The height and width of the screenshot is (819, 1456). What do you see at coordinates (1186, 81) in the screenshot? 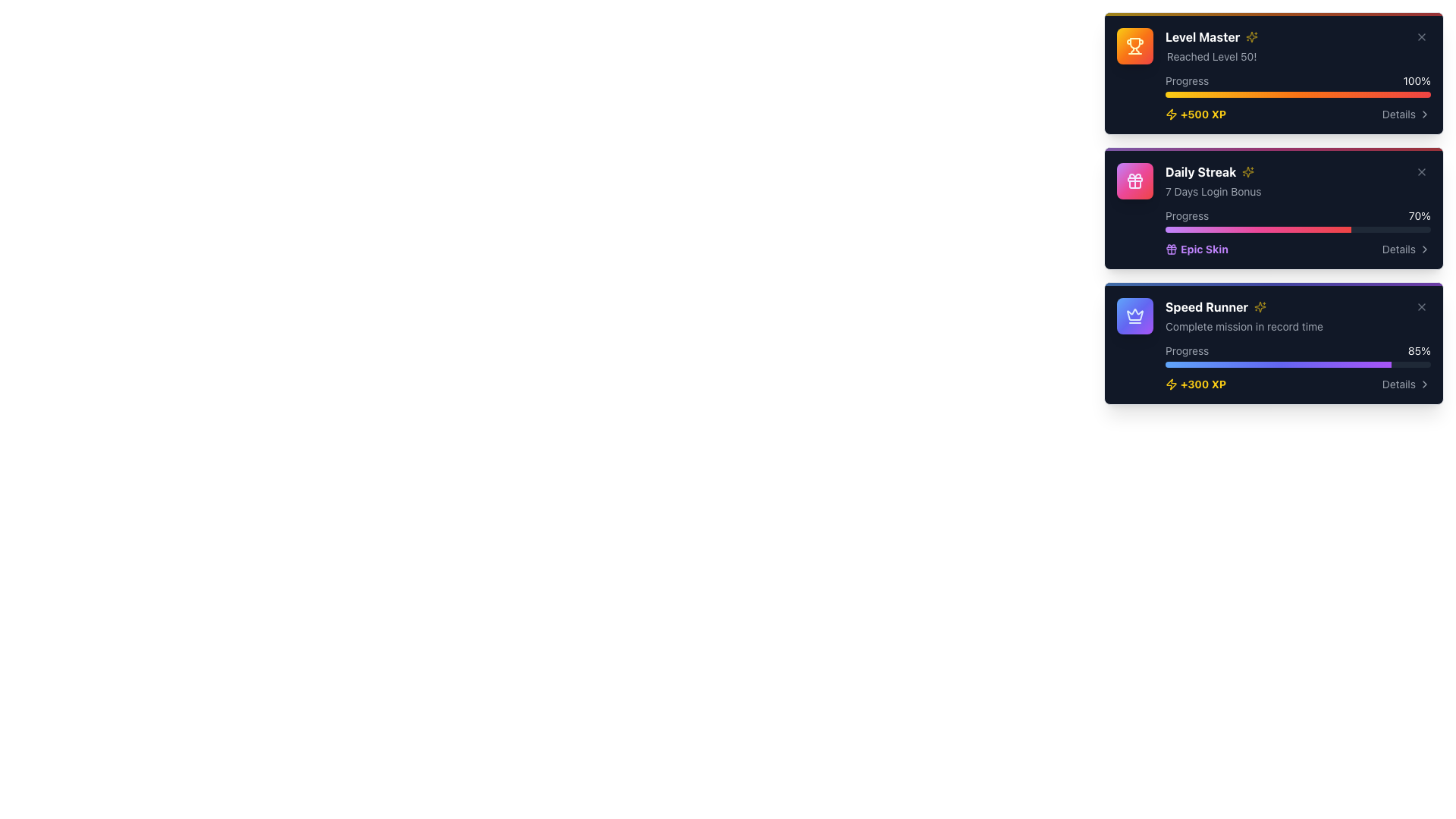
I see `Label element that visually describes the progress bar, located at the top-right card of the vertically stacked list of three cards` at bounding box center [1186, 81].